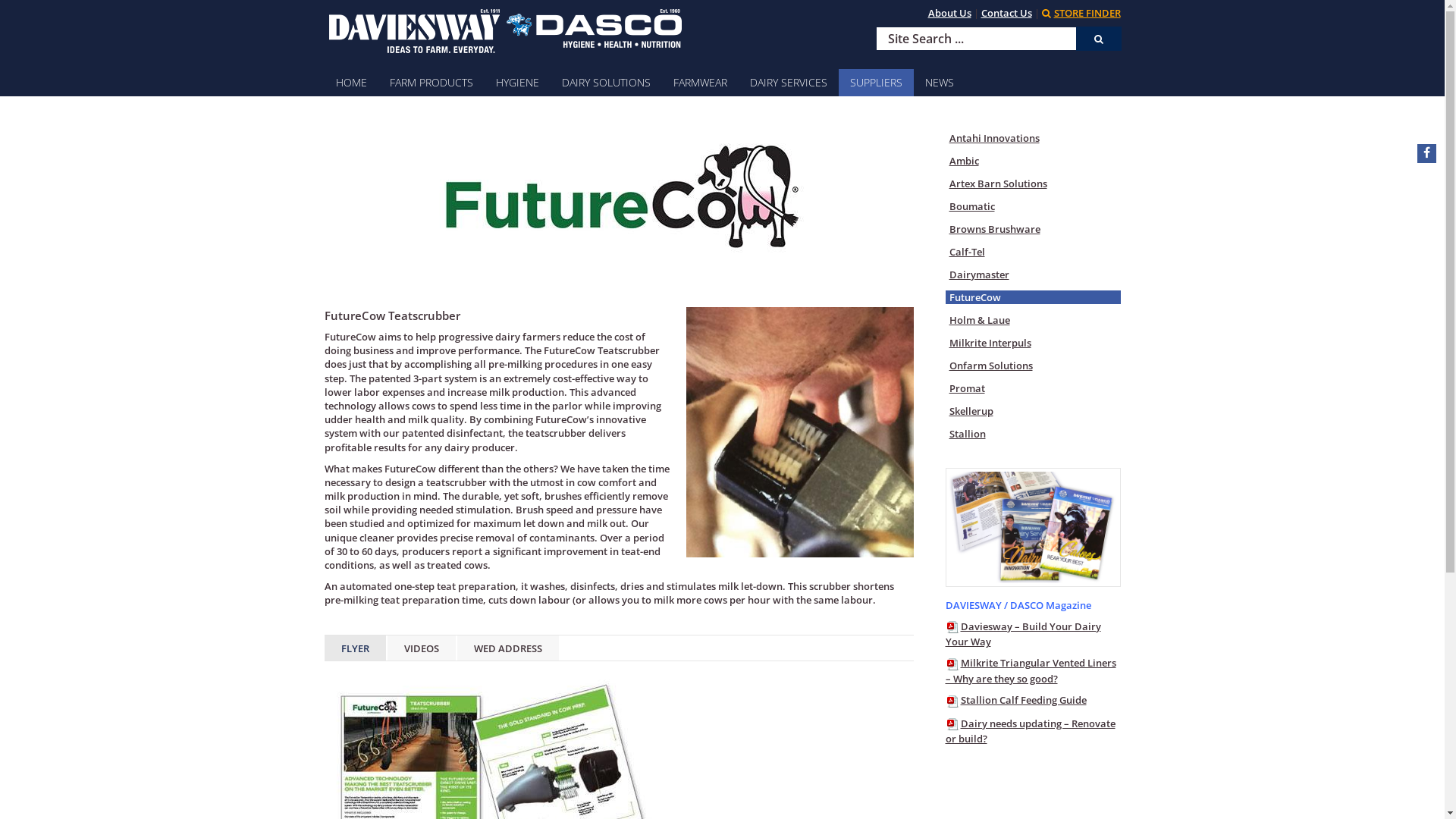 This screenshot has height=819, width=1456. Describe the element at coordinates (507, 648) in the screenshot. I see `'WED ADDRESS'` at that location.